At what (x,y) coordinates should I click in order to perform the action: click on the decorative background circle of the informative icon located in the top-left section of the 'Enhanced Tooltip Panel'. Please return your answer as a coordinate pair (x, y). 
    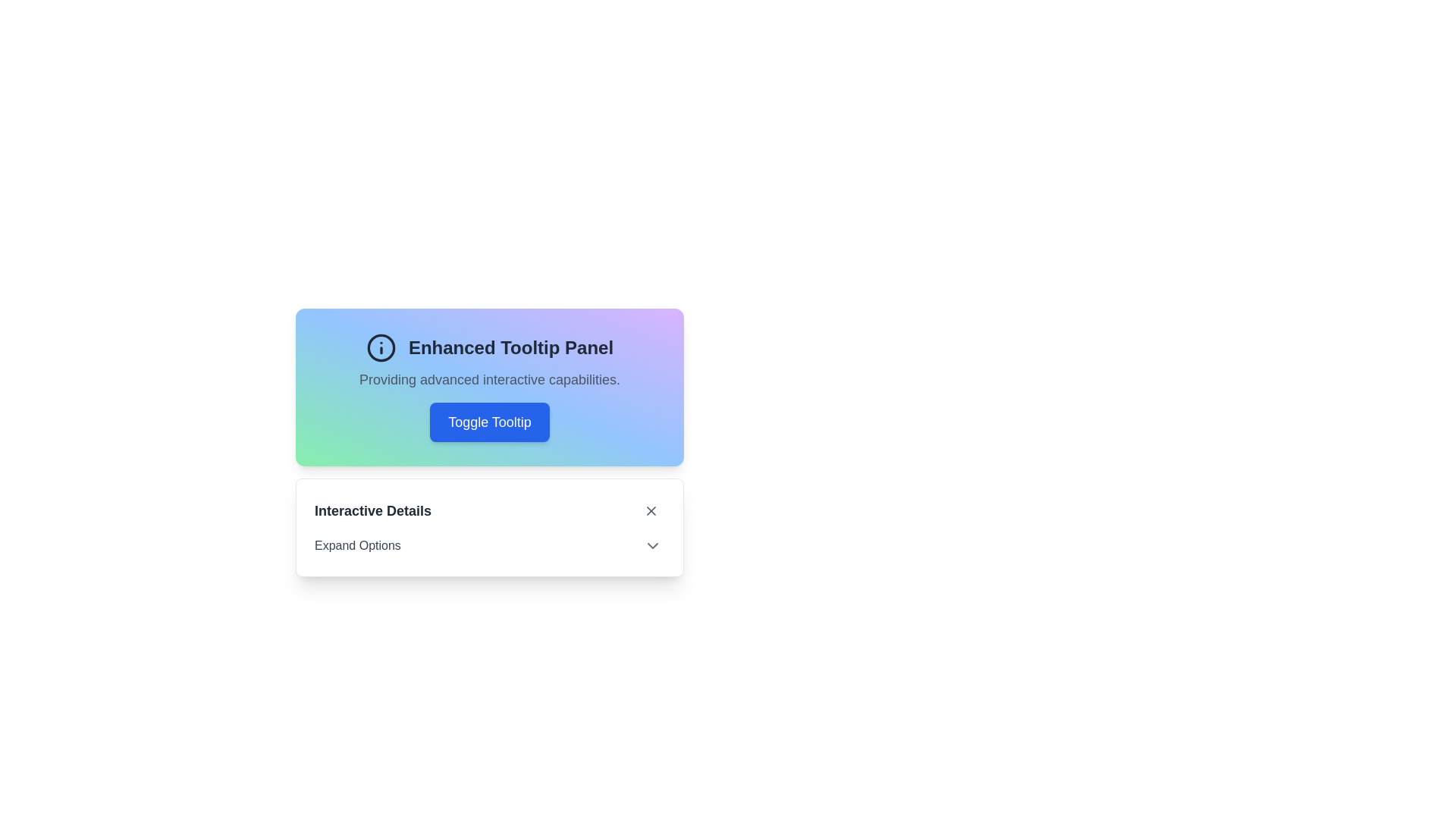
    Looking at the image, I should click on (381, 348).